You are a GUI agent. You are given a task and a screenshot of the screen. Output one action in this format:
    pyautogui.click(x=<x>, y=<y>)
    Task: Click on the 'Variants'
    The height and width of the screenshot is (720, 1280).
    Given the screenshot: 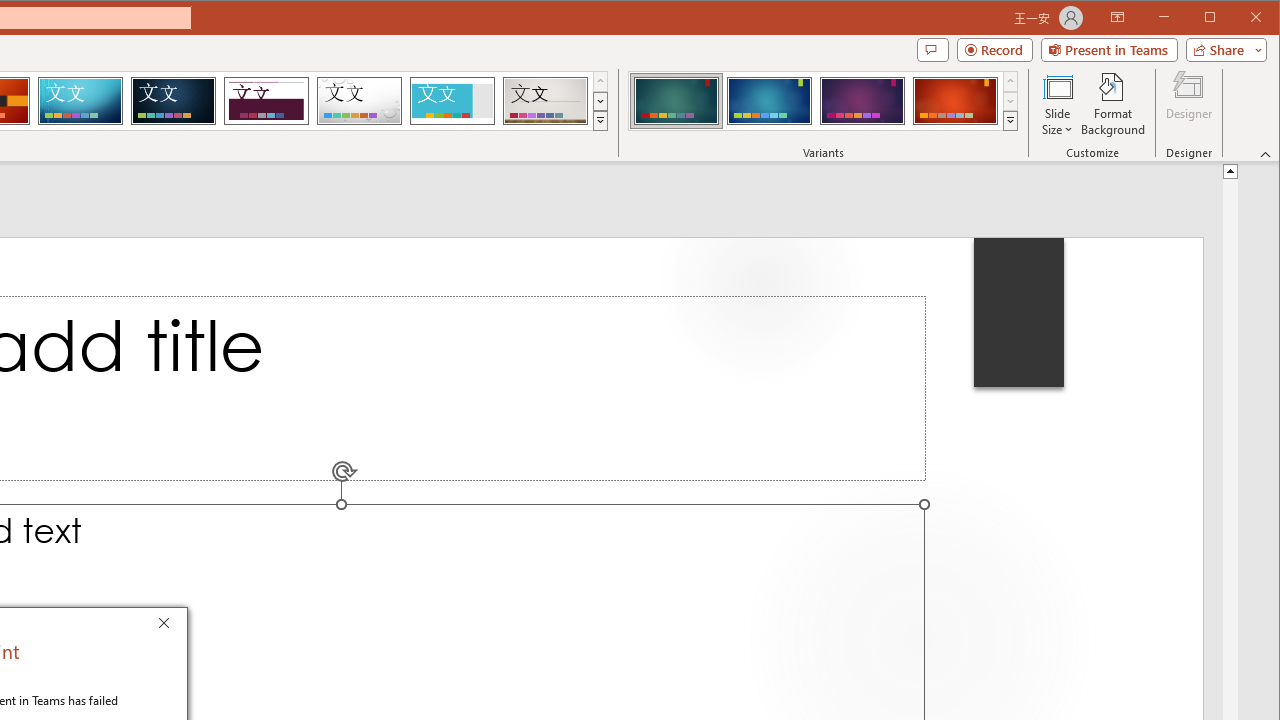 What is the action you would take?
    pyautogui.click(x=1010, y=120)
    